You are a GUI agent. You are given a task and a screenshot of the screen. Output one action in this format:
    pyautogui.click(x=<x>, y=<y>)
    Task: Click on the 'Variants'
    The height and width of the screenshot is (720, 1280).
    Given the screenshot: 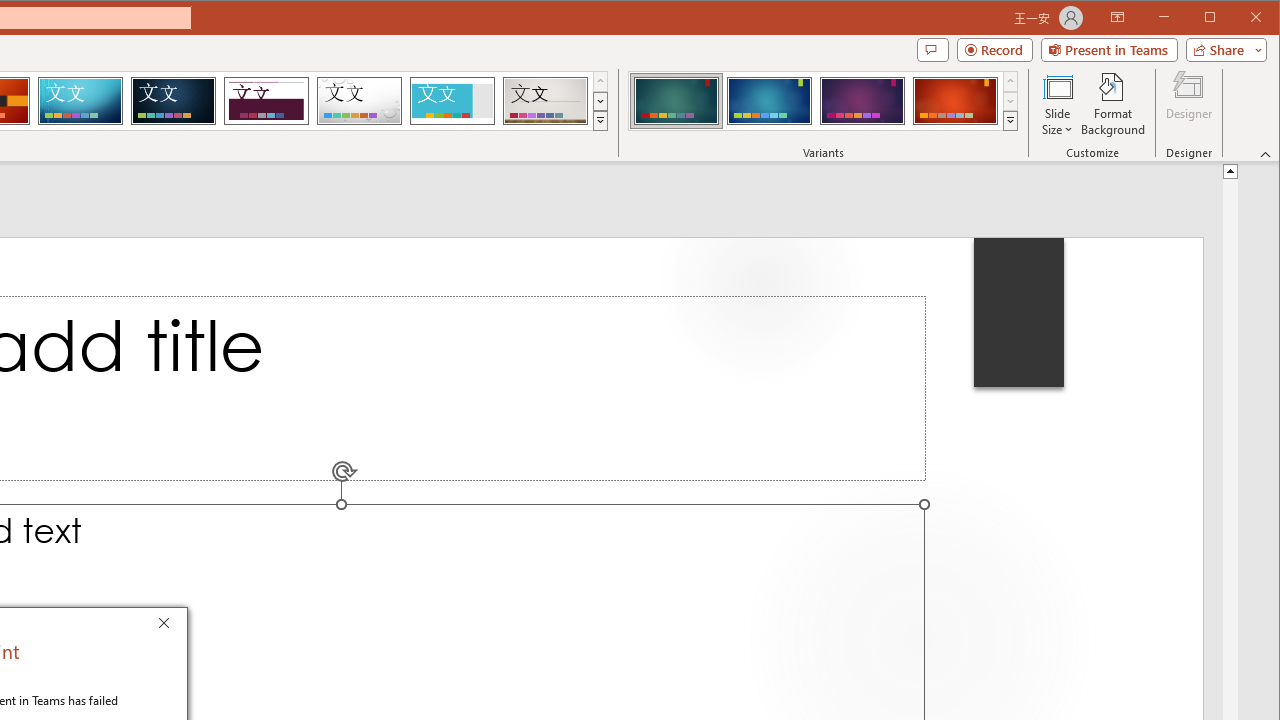 What is the action you would take?
    pyautogui.click(x=1010, y=120)
    